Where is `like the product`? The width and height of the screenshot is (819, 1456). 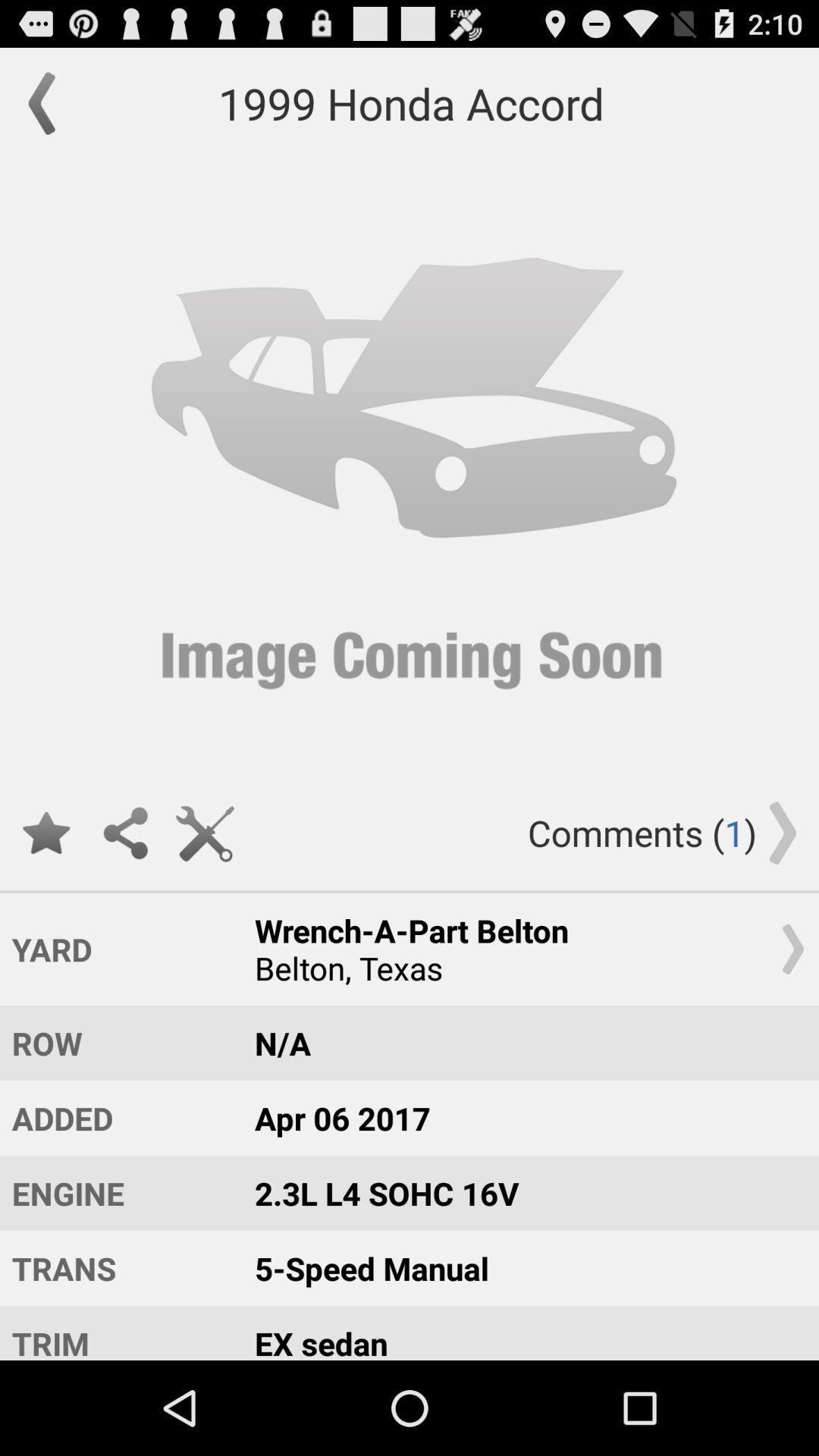
like the product is located at coordinates (45, 832).